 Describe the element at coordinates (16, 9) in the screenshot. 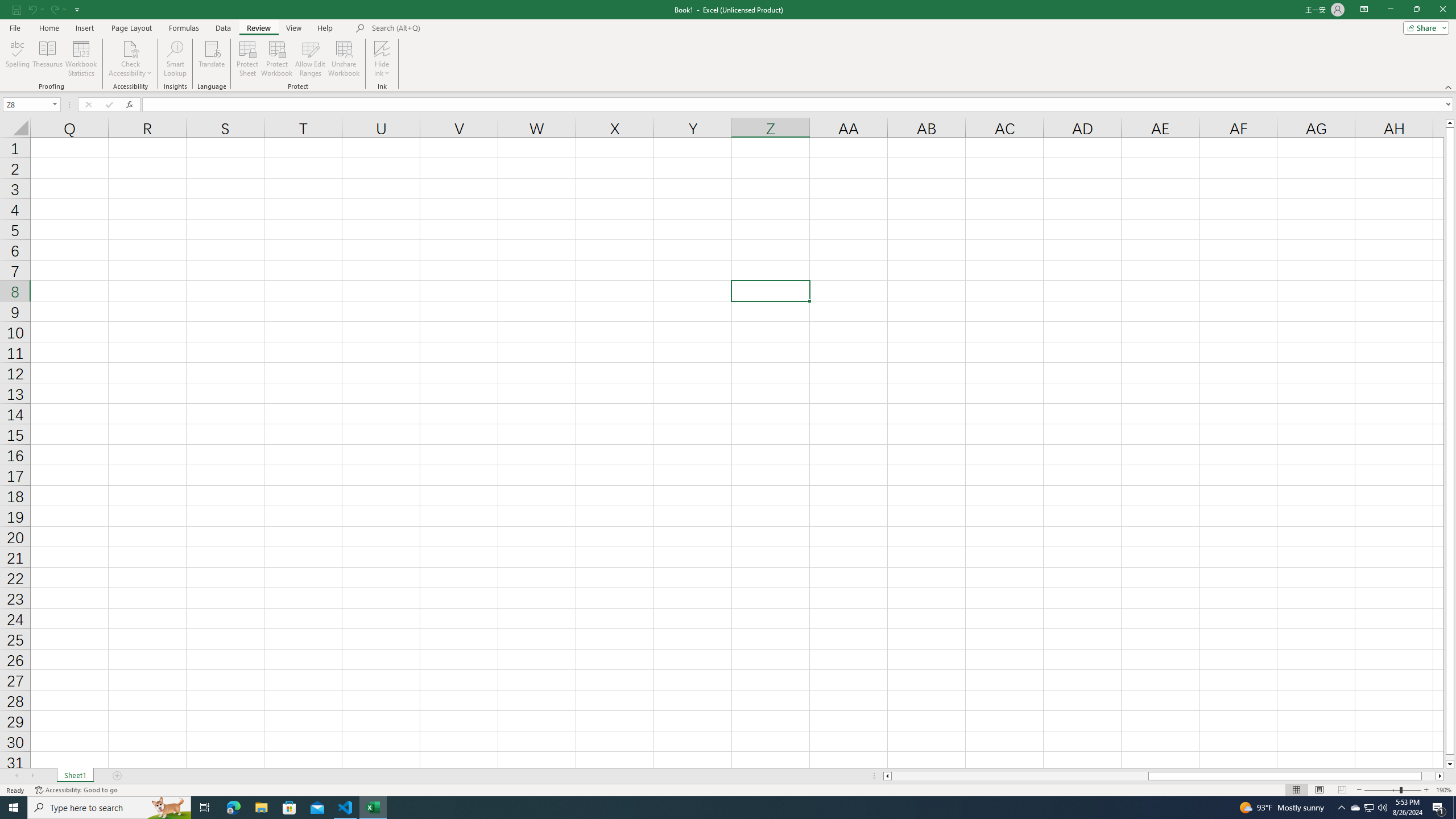

I see `'Save'` at that location.